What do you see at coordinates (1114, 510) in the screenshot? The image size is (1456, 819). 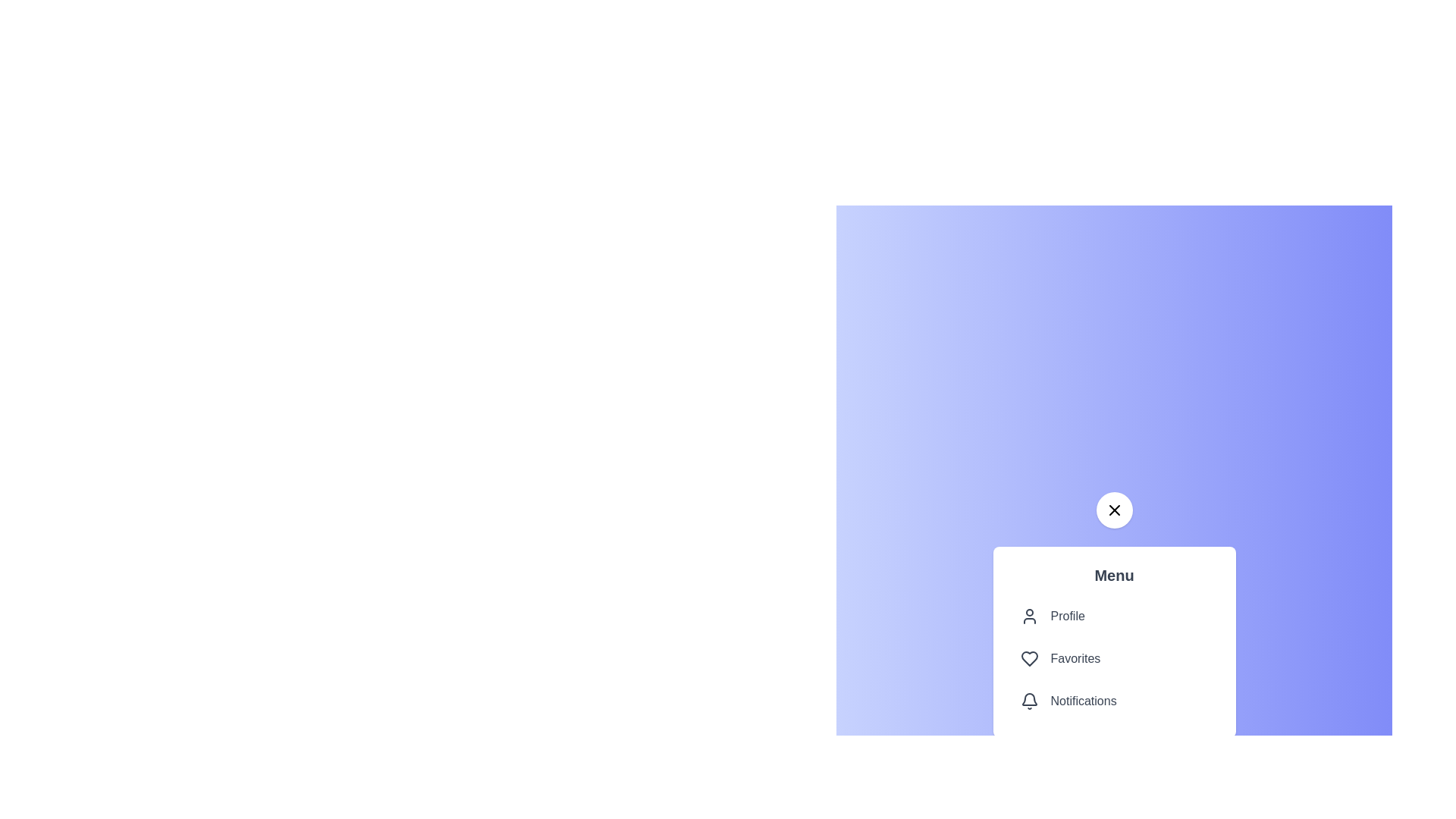 I see `the close button to toggle the menu visibility` at bounding box center [1114, 510].